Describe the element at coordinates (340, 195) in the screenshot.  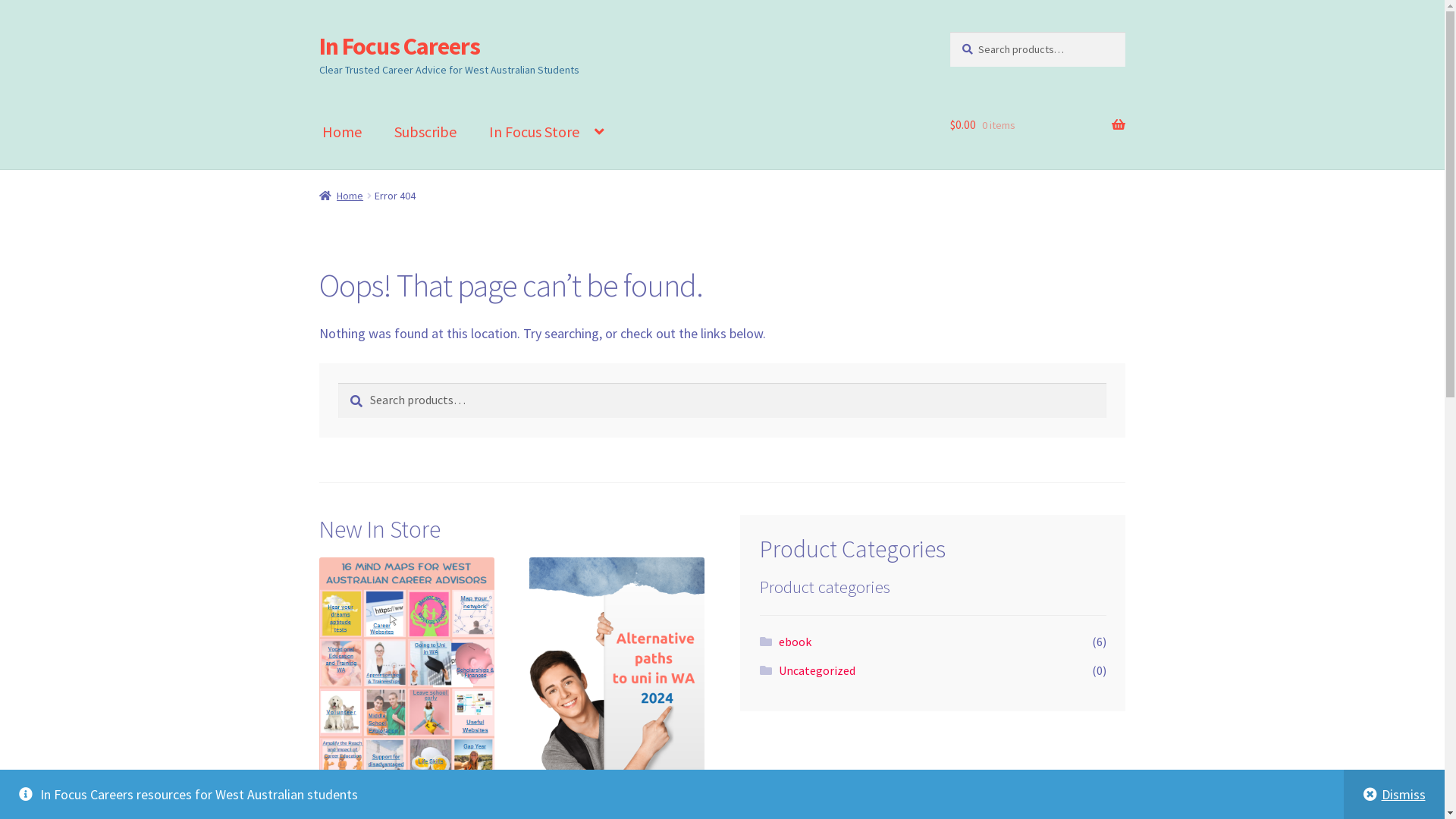
I see `'Home'` at that location.